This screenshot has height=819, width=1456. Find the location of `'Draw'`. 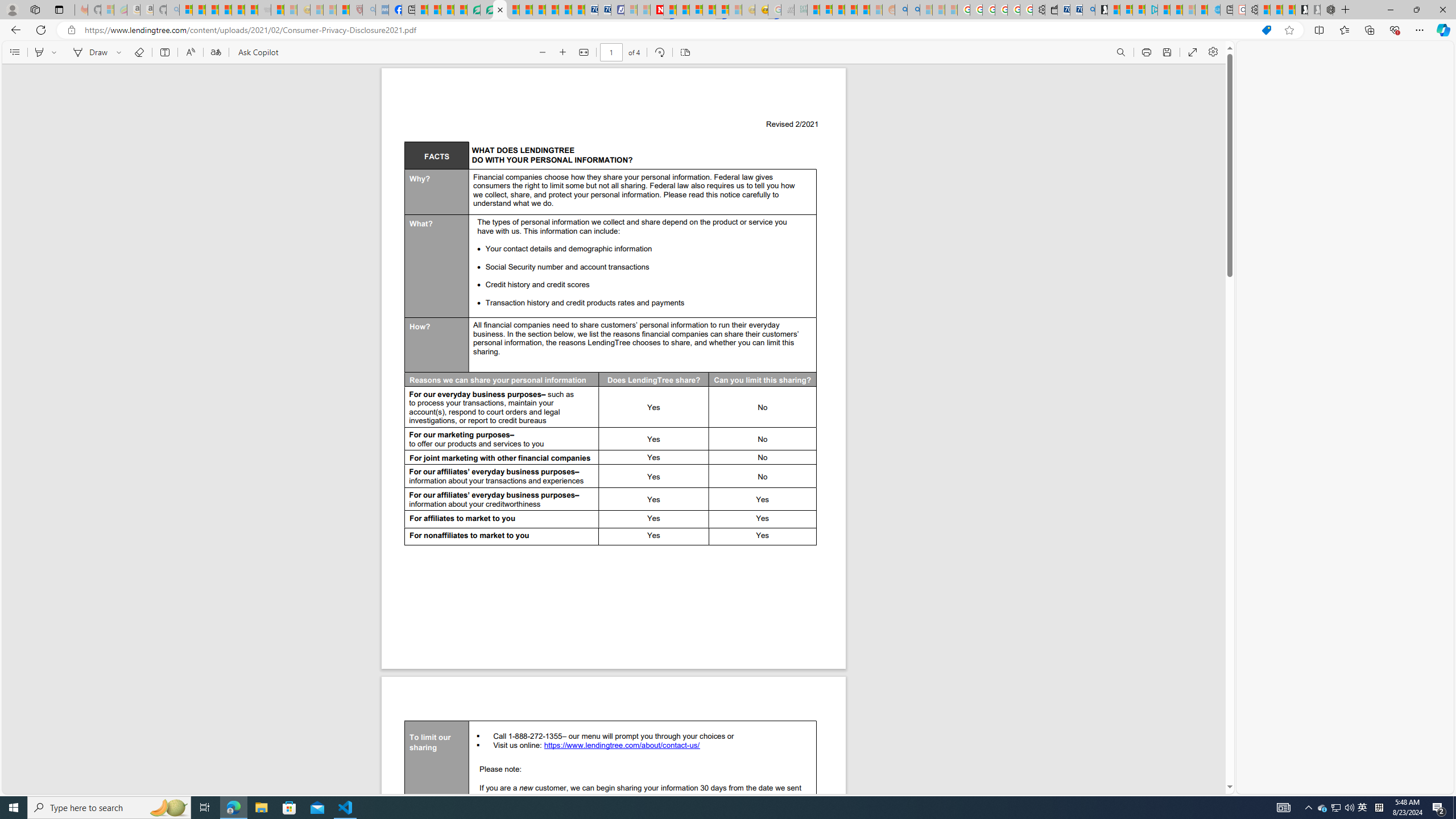

'Draw' is located at coordinates (88, 52).